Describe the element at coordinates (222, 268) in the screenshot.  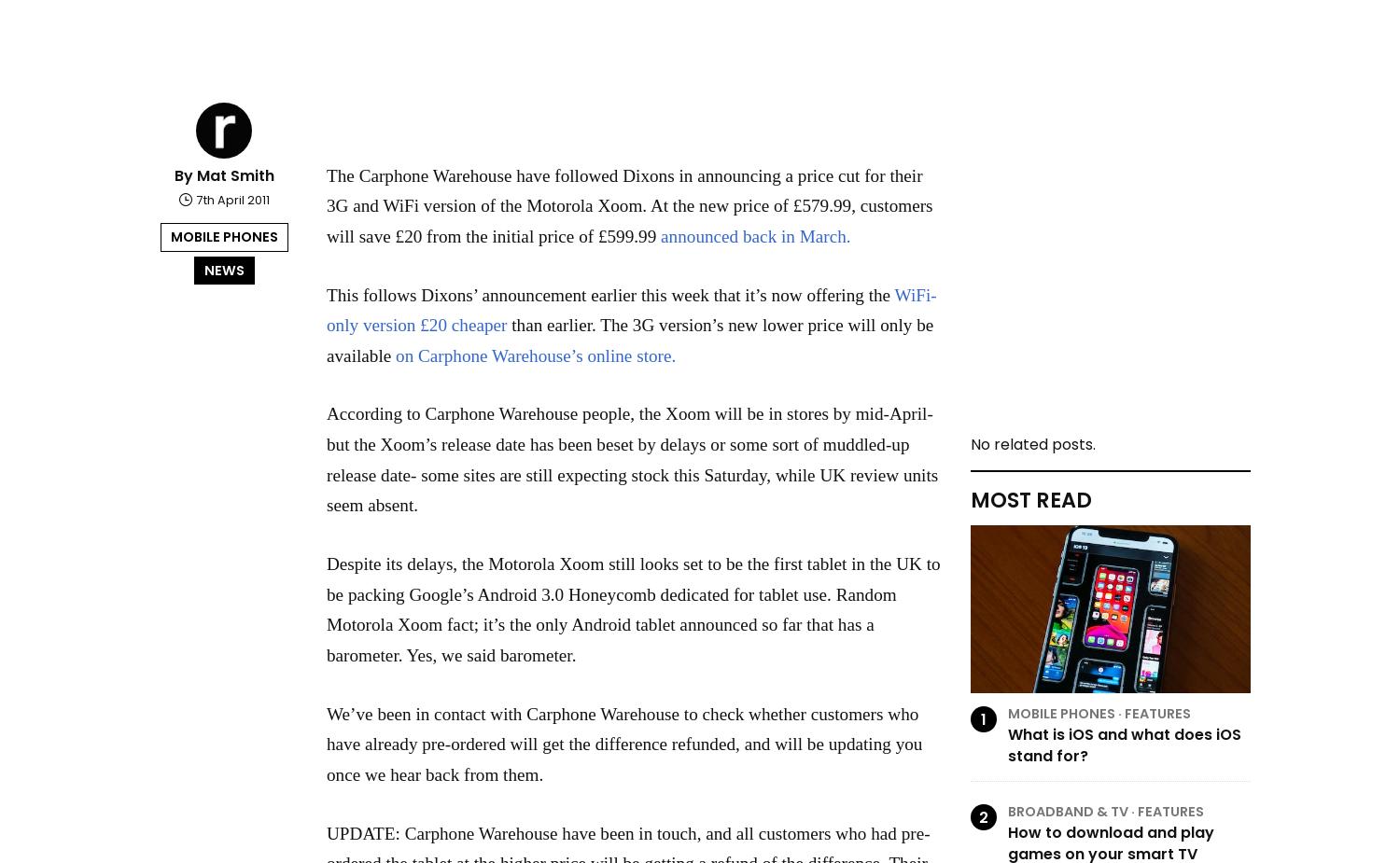
I see `'News'` at that location.